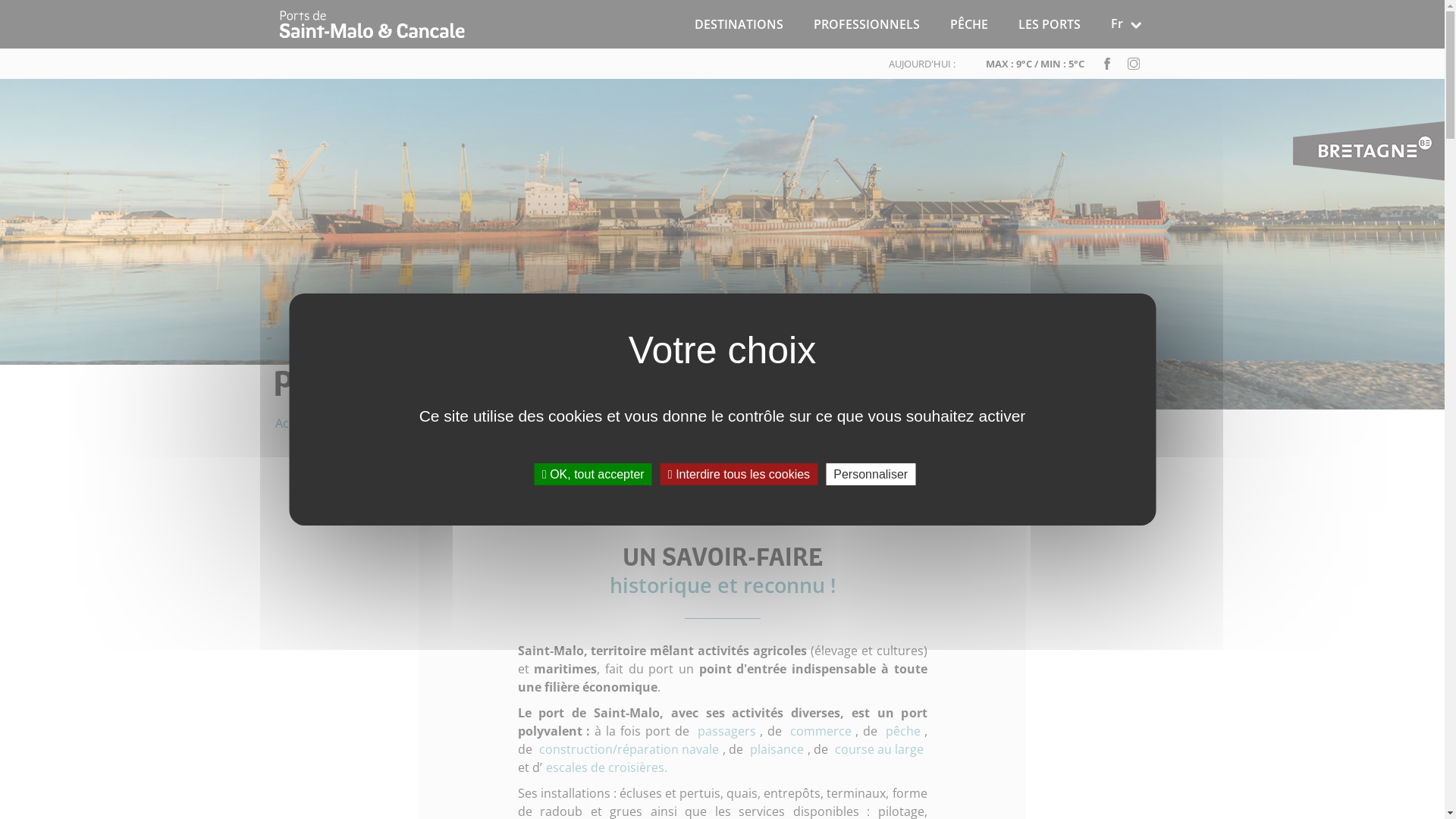 This screenshot has width=1456, height=819. Describe the element at coordinates (1106, 63) in the screenshot. I see `'facebook'` at that location.